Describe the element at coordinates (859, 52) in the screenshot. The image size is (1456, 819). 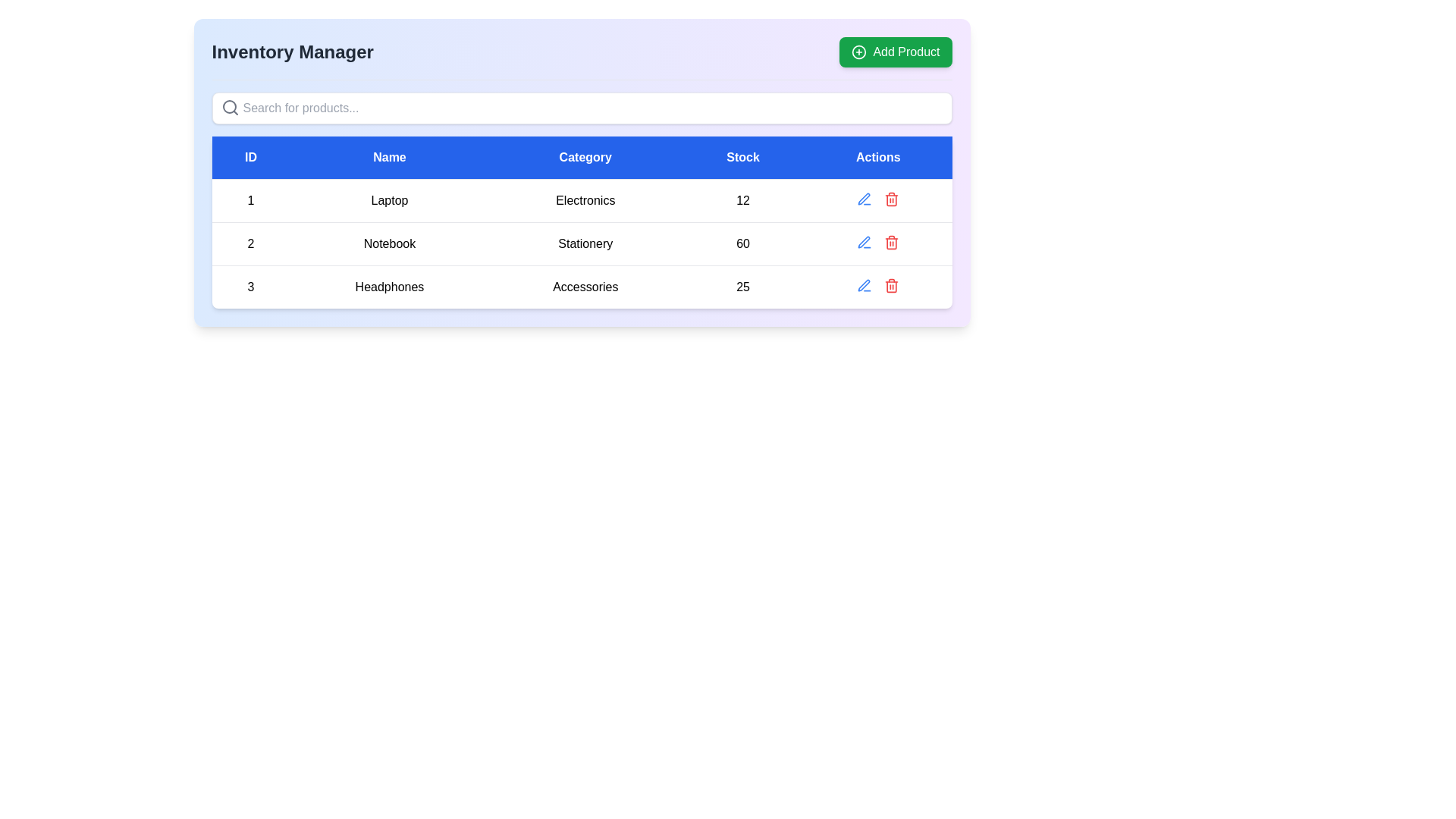
I see `the circular SVG element located on the left side of the 'Add Product' green button in the top-right corner of the interface` at that location.